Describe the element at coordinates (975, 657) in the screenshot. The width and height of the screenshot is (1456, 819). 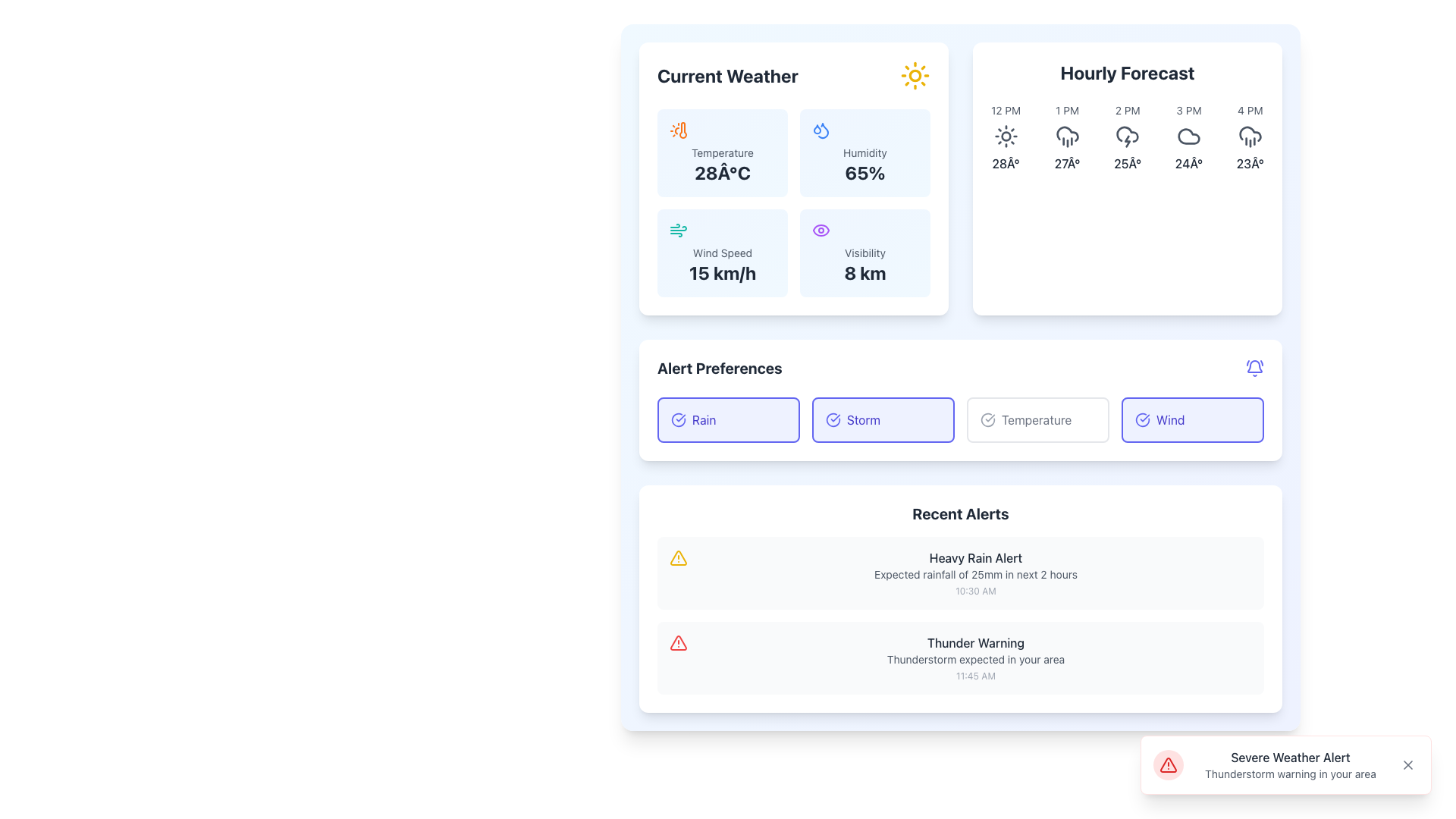
I see `informational text block titled 'Thunder Warning' which includes a description about a thunderstorm and a timestamp` at that location.